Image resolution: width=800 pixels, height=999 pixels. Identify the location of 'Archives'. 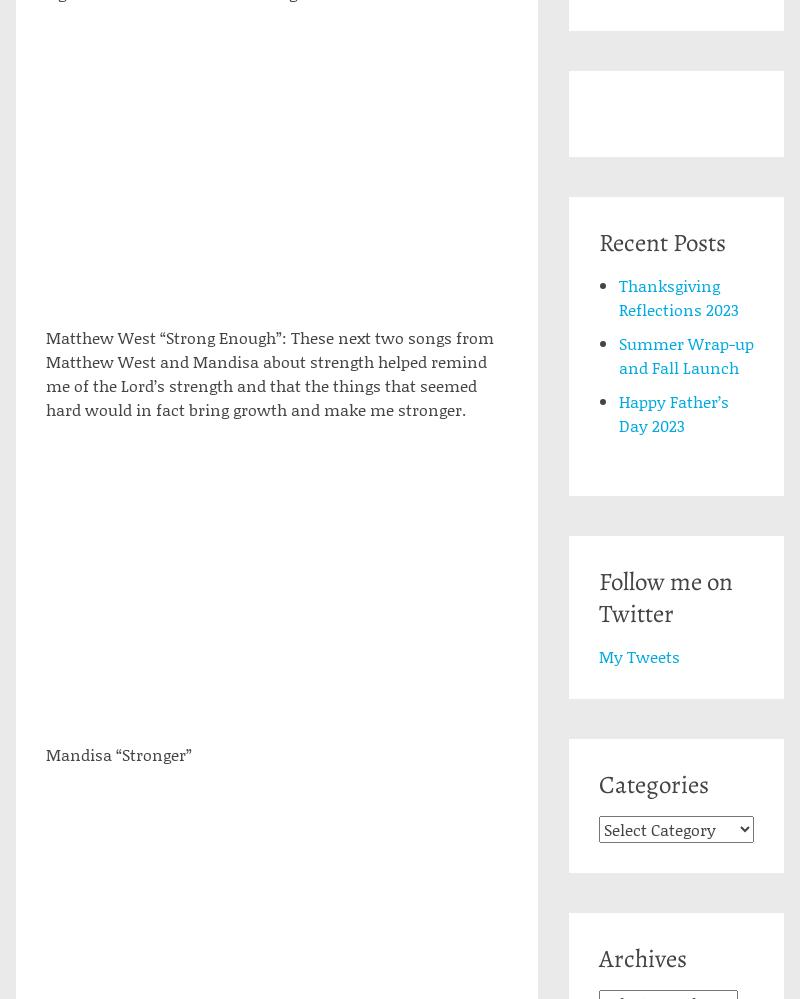
(641, 958).